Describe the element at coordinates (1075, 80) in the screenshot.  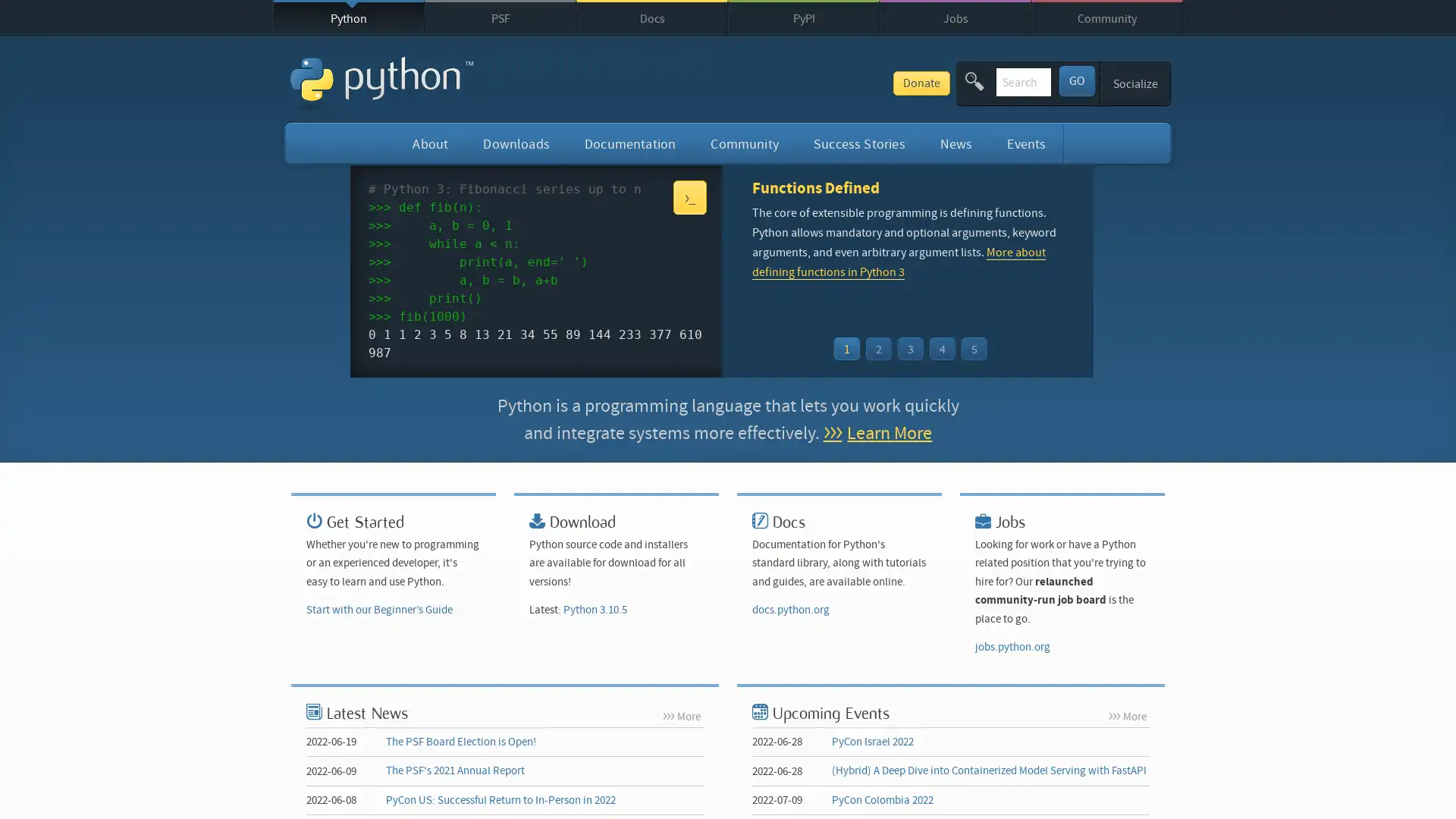
I see `GO` at that location.